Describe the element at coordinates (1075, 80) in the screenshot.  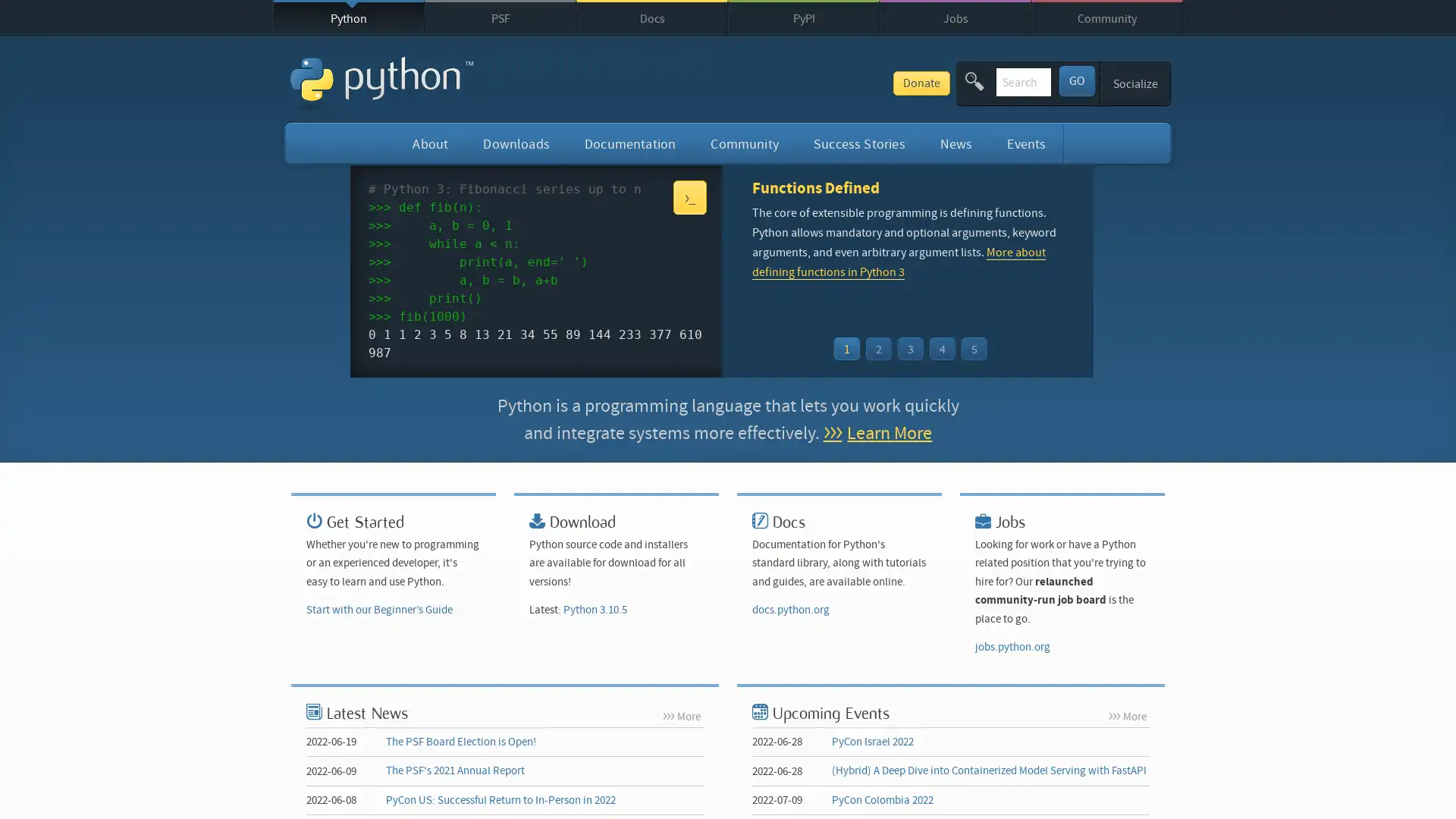
I see `GO` at that location.